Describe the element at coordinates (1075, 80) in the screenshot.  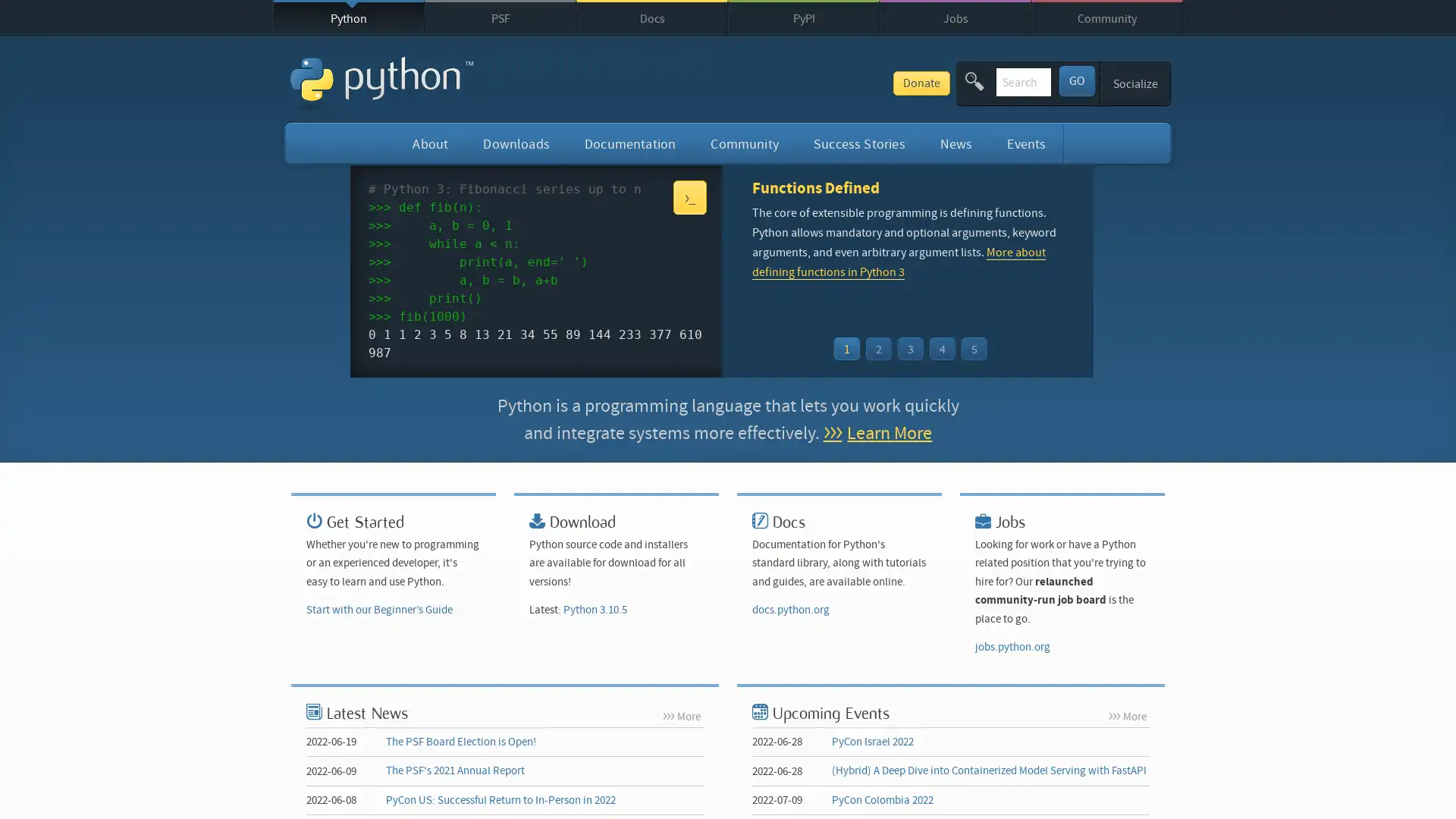
I see `GO` at that location.